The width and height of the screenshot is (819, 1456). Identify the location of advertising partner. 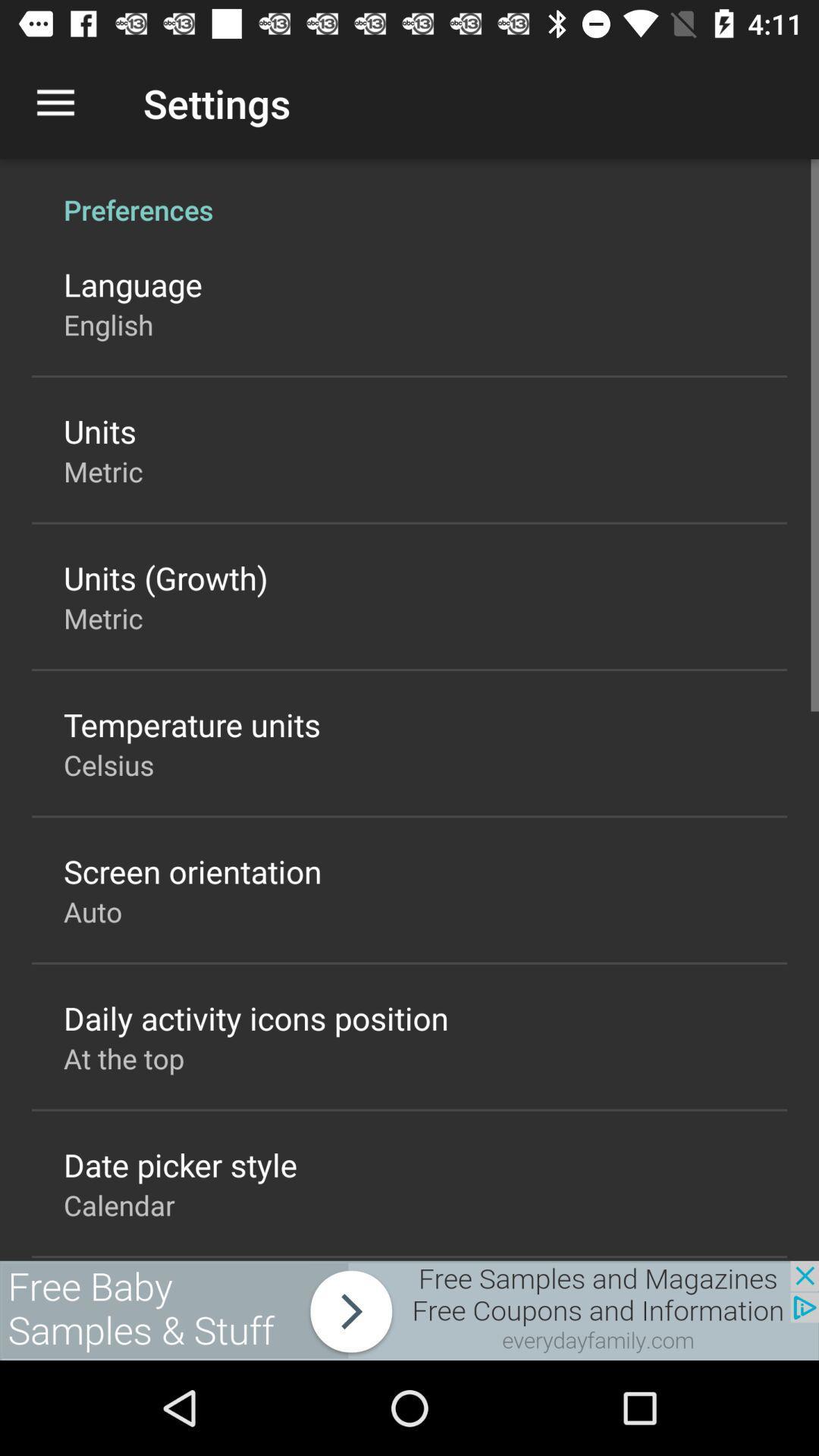
(409, 1310).